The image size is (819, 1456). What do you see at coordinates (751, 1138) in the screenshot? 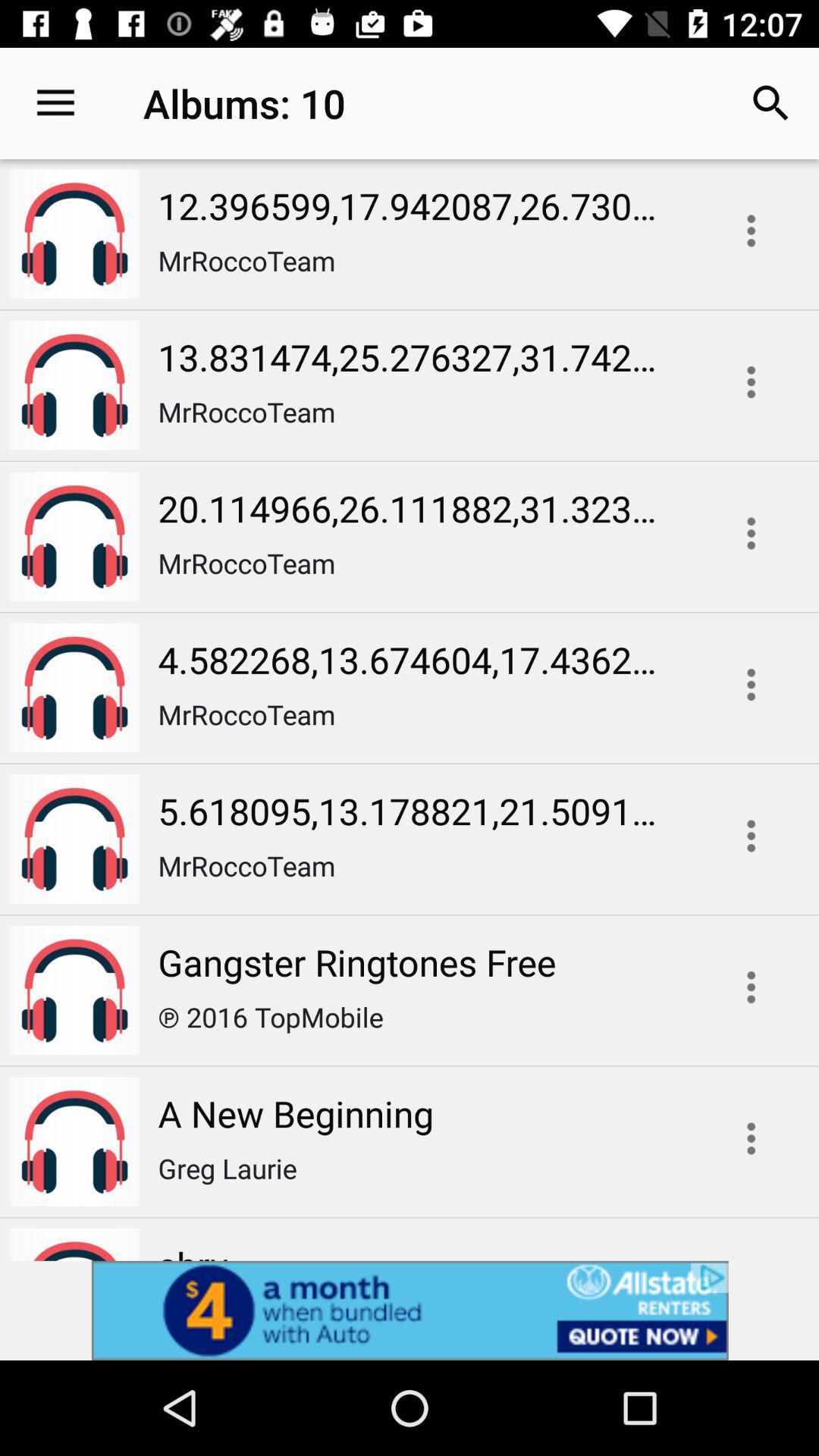
I see `more options` at bounding box center [751, 1138].